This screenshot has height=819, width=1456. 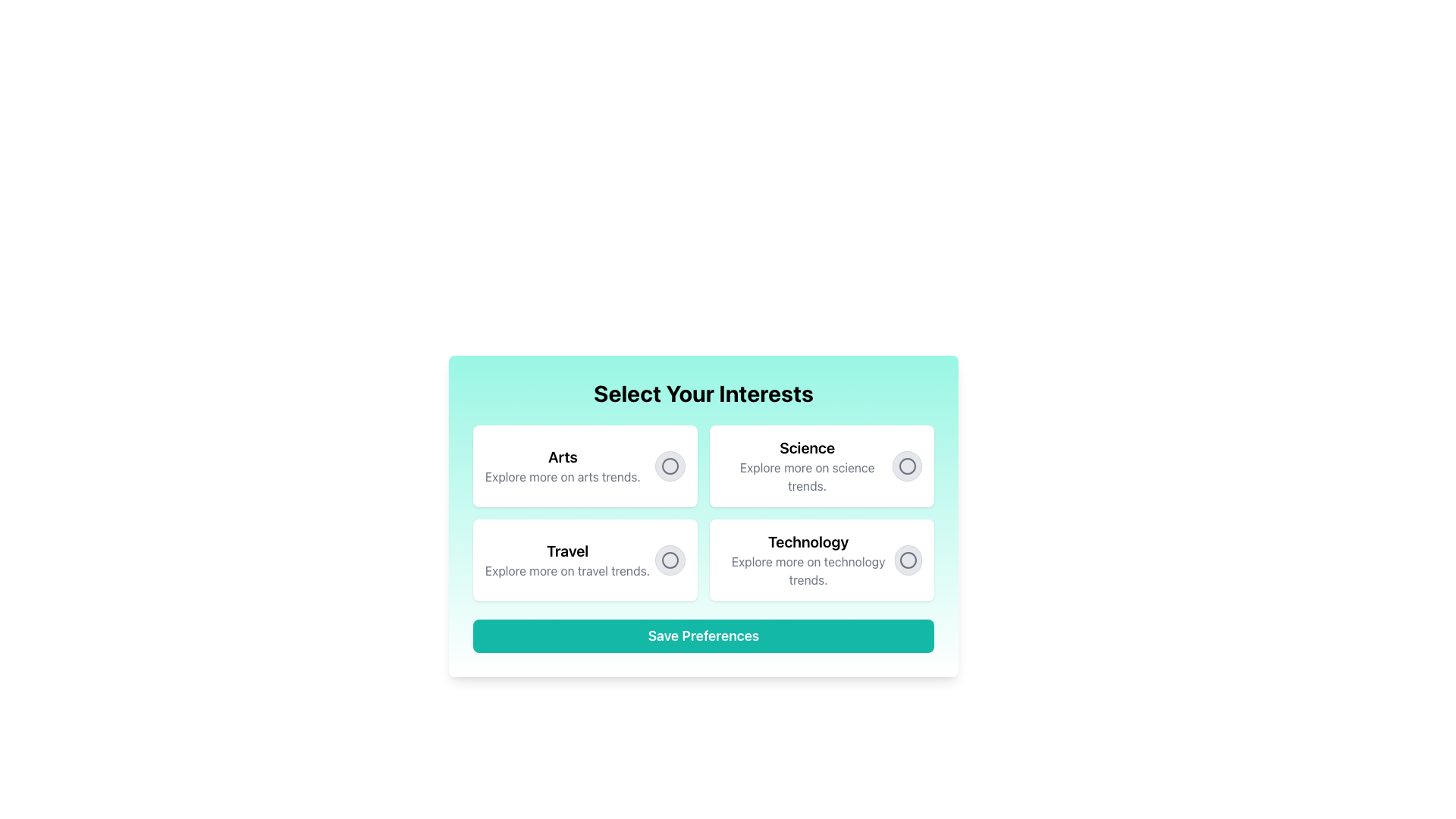 I want to click on the text label providing additional context for the 'Technology' category located below the 'Technology' text in the bottom-right corner of the grid layout, so click(x=808, y=570).